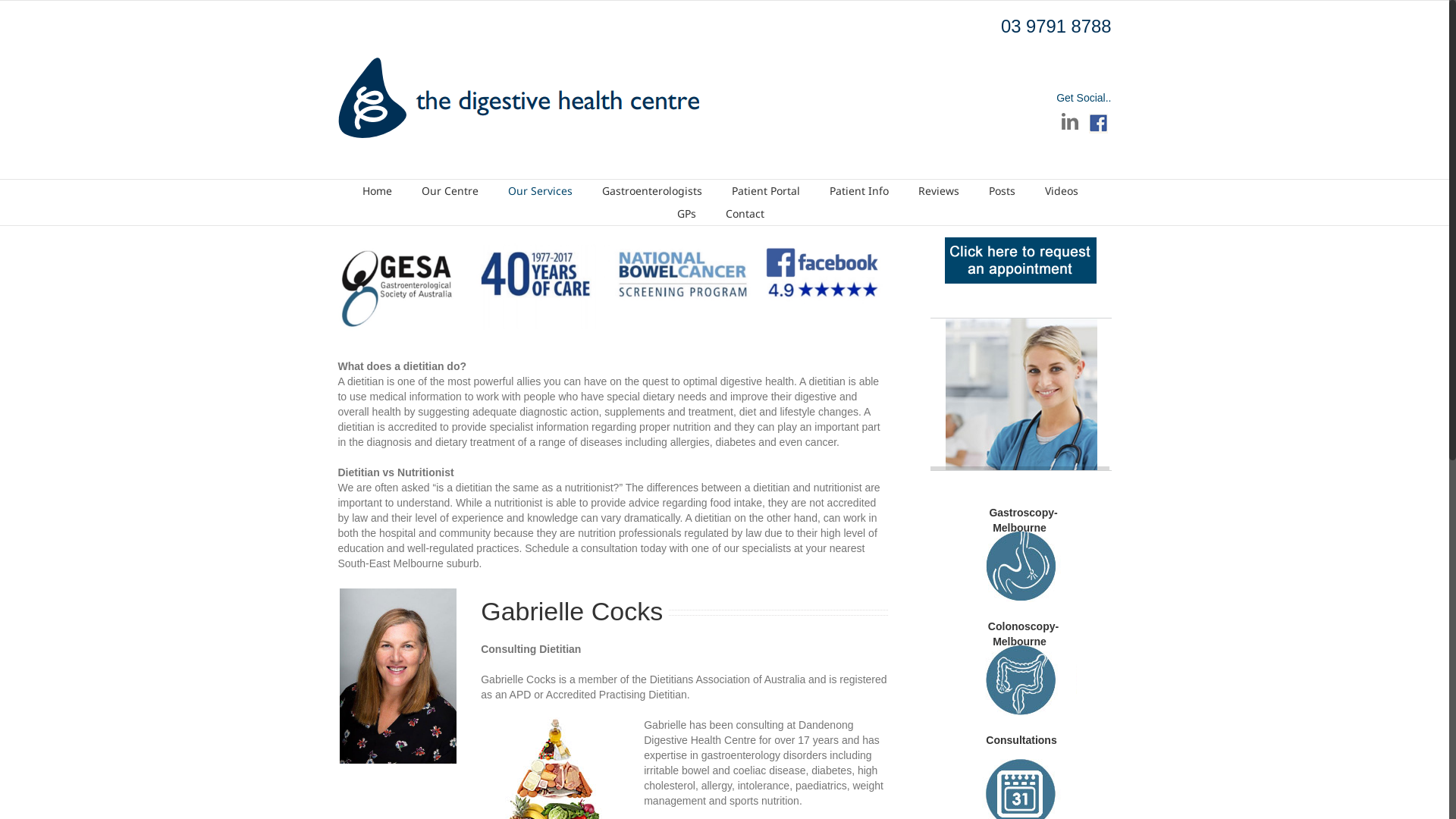 The image size is (1456, 819). I want to click on 'Contact', so click(744, 213).